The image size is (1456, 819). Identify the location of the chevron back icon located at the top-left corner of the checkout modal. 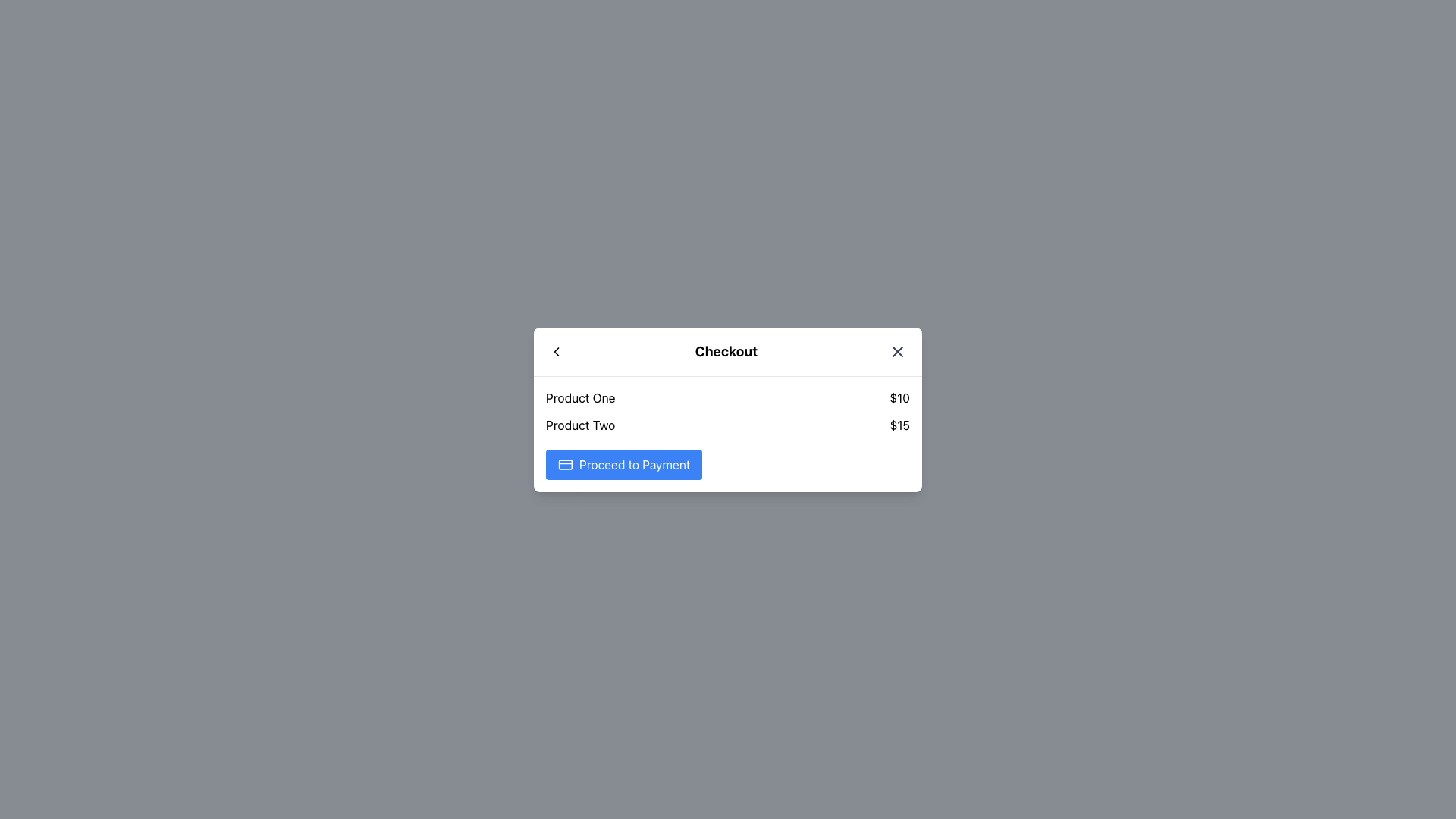
(556, 351).